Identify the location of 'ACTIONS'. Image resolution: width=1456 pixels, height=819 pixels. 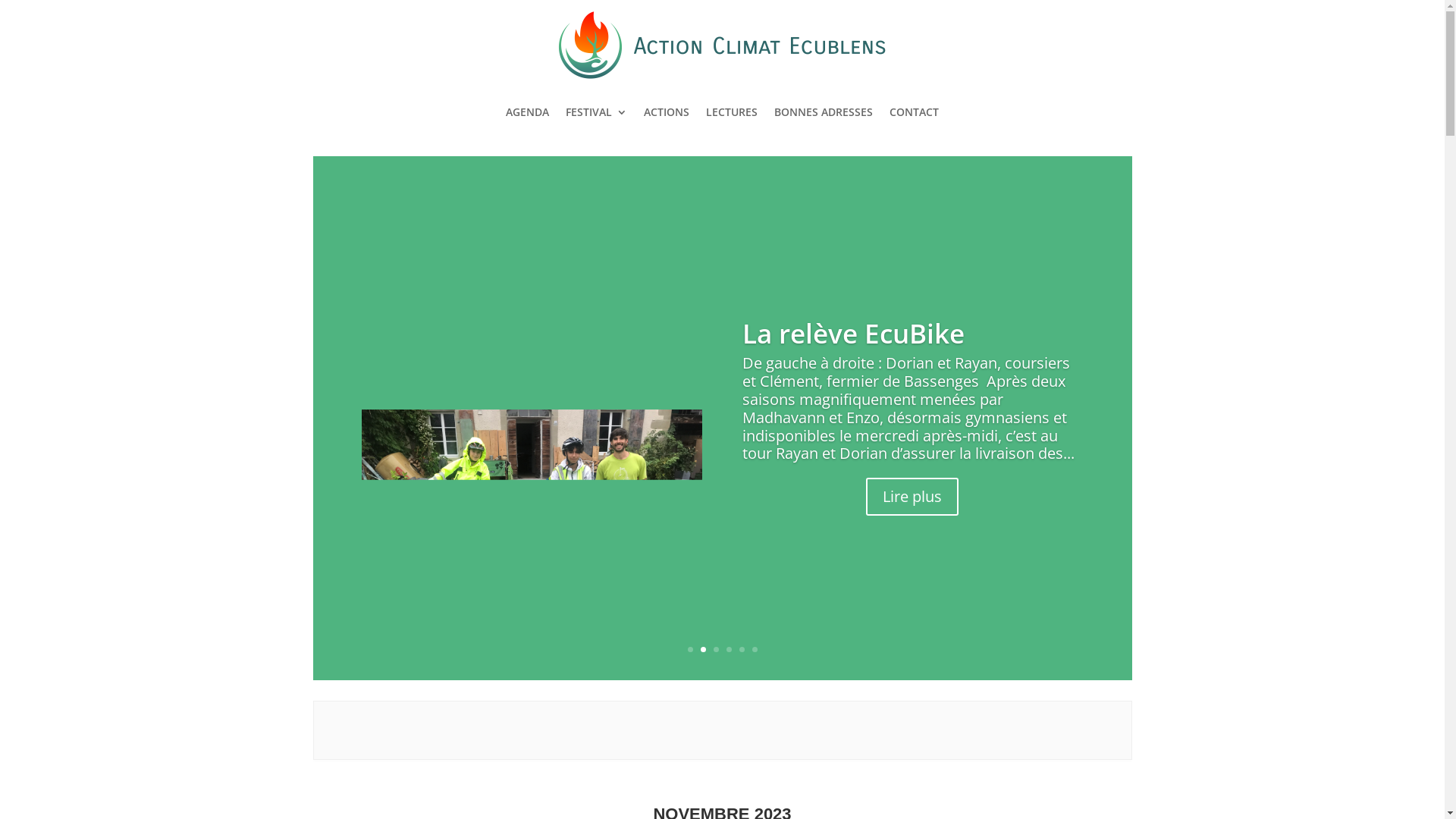
(666, 111).